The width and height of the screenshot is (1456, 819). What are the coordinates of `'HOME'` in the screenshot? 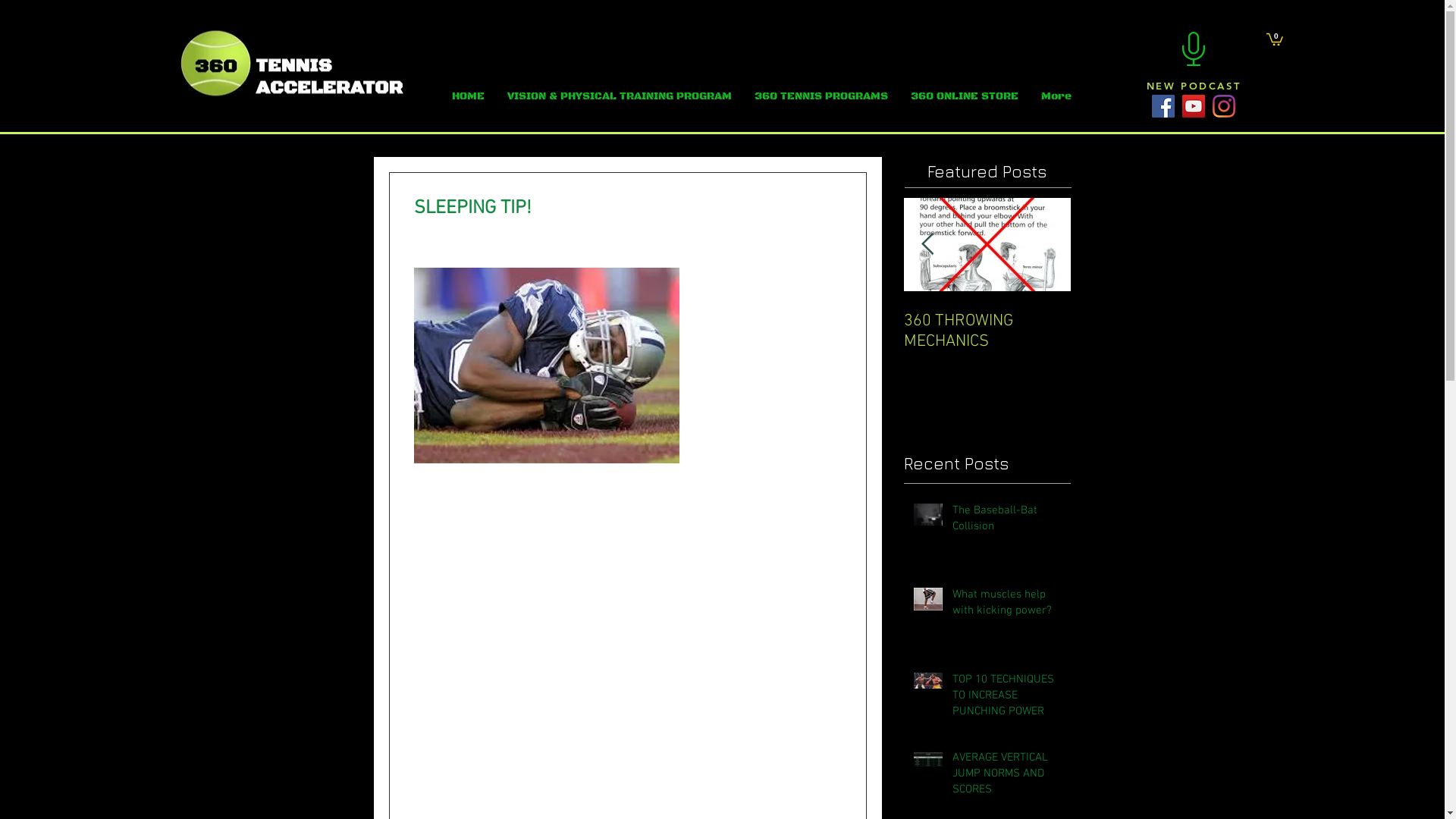 It's located at (467, 96).